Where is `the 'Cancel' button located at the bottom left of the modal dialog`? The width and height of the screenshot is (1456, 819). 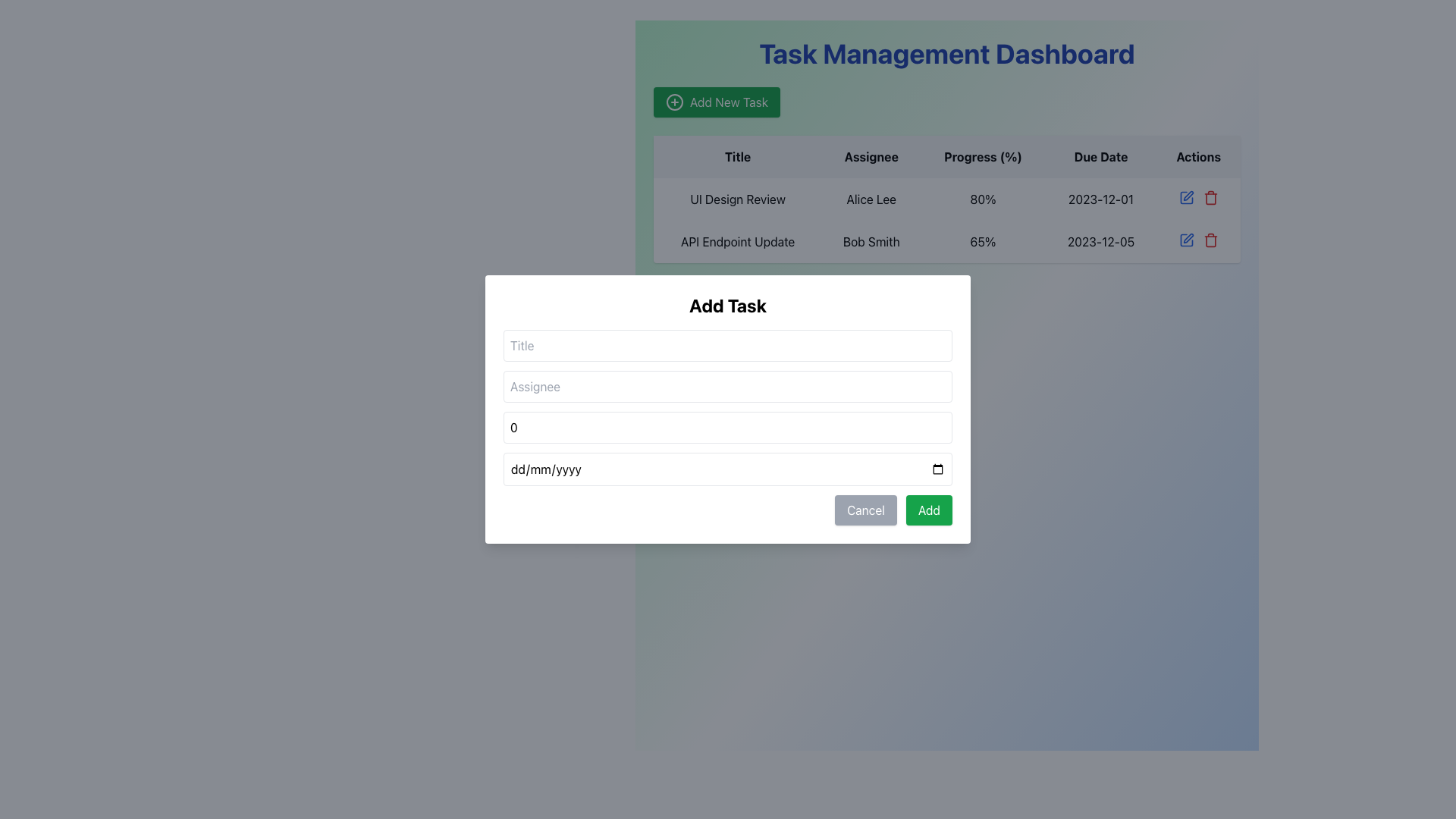 the 'Cancel' button located at the bottom left of the modal dialog is located at coordinates (866, 510).